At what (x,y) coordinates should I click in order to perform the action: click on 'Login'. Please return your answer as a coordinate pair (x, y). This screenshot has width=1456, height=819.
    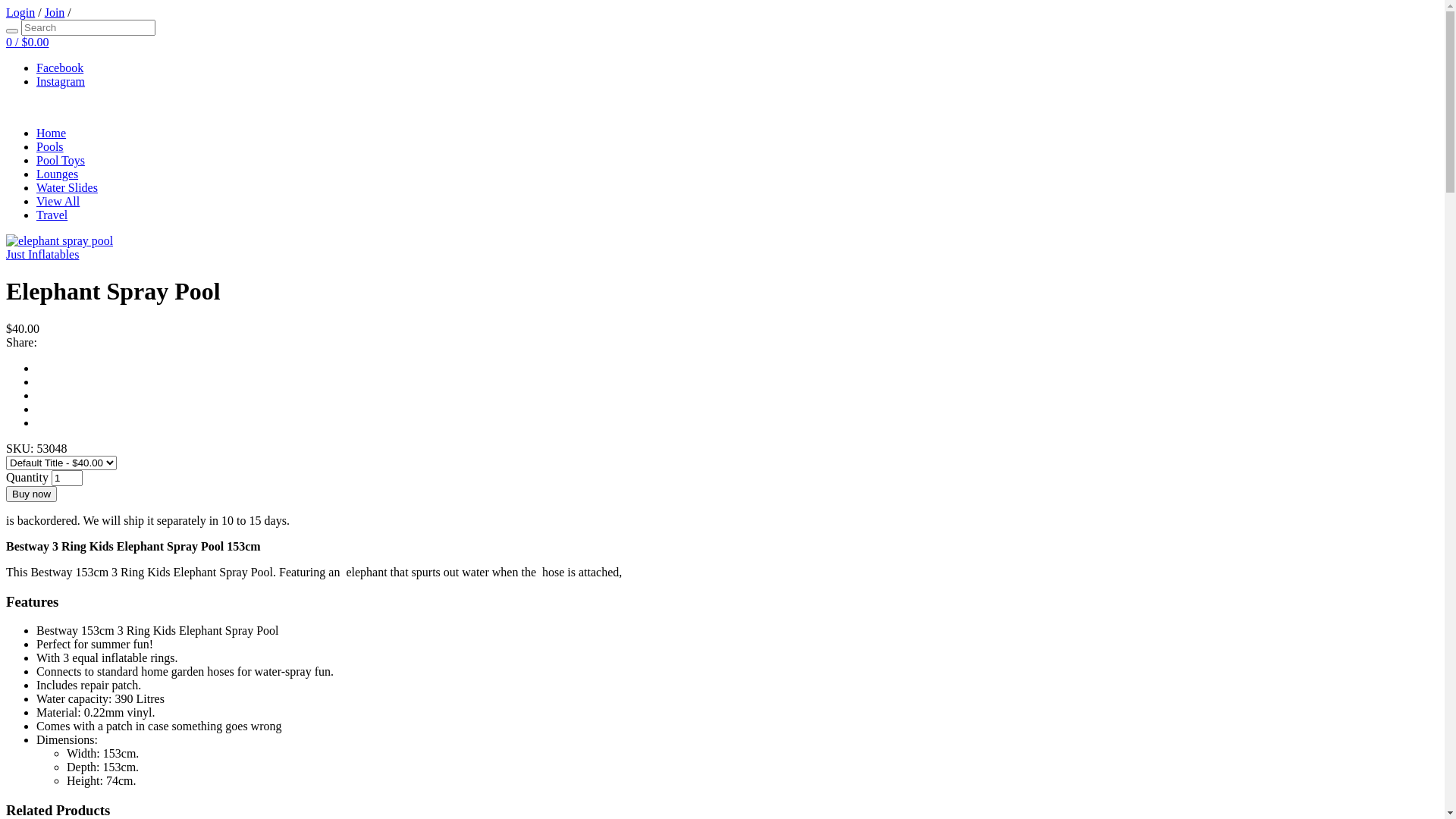
    Looking at the image, I should click on (20, 12).